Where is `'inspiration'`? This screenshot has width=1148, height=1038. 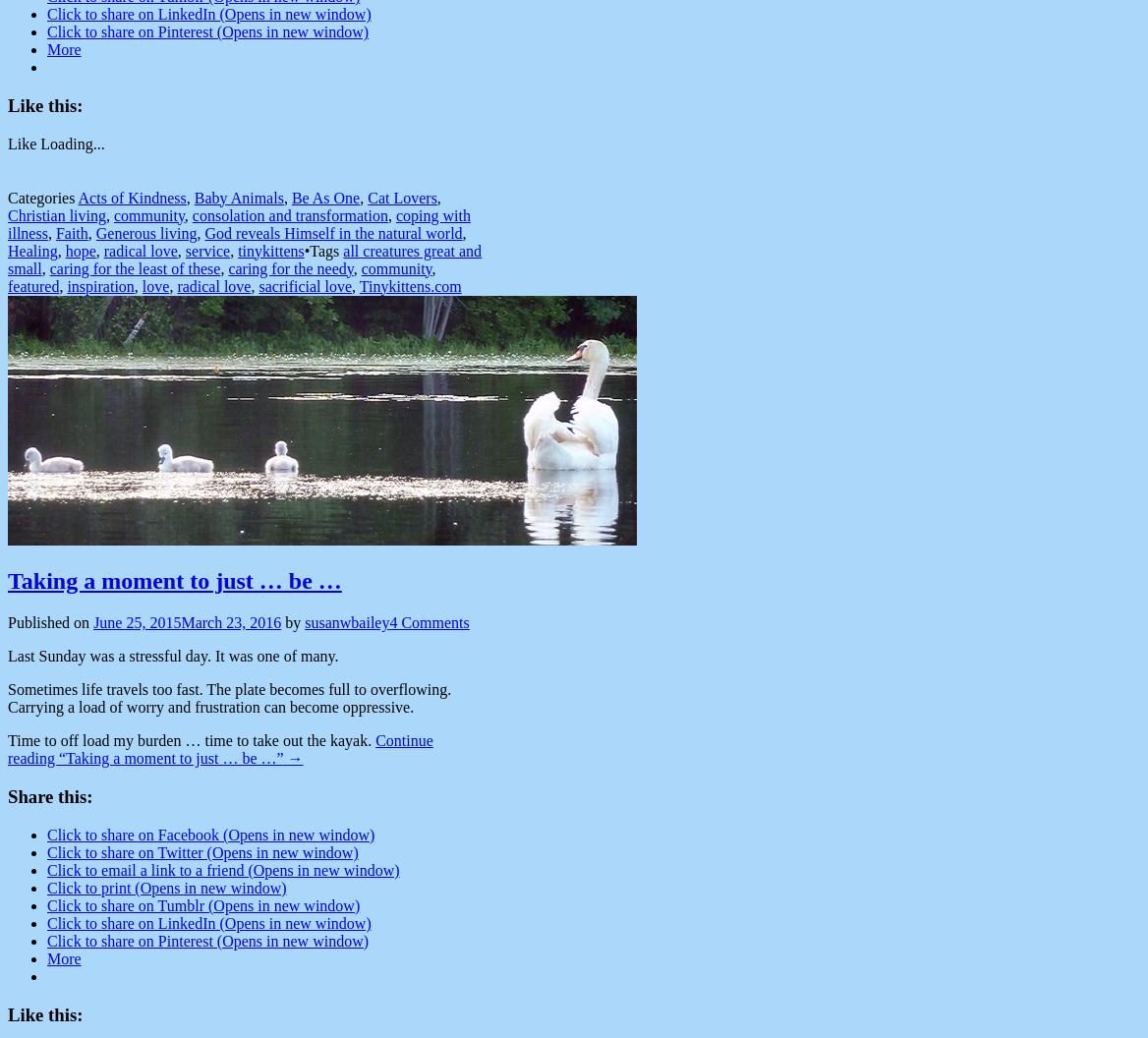
'inspiration' is located at coordinates (98, 285).